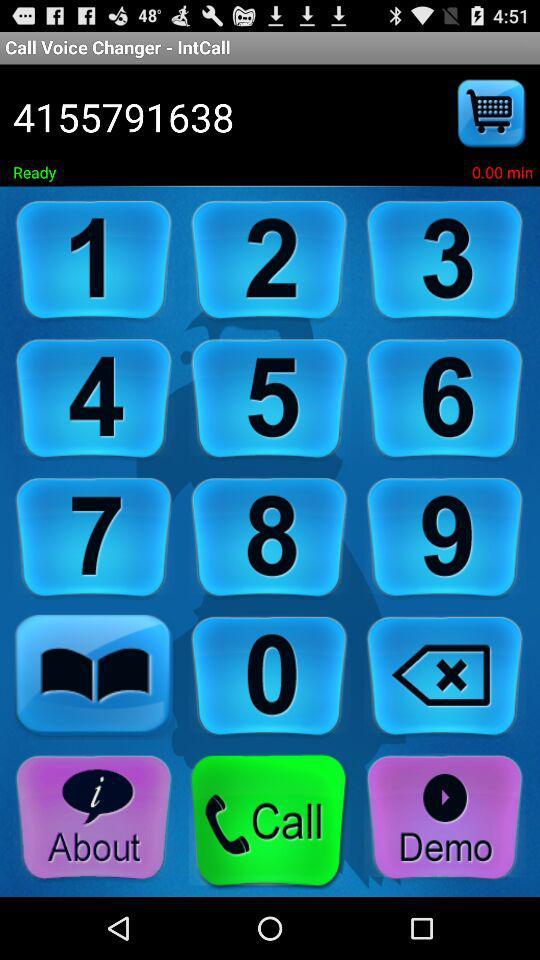 The height and width of the screenshot is (960, 540). Describe the element at coordinates (93, 818) in the screenshot. I see `about the app` at that location.